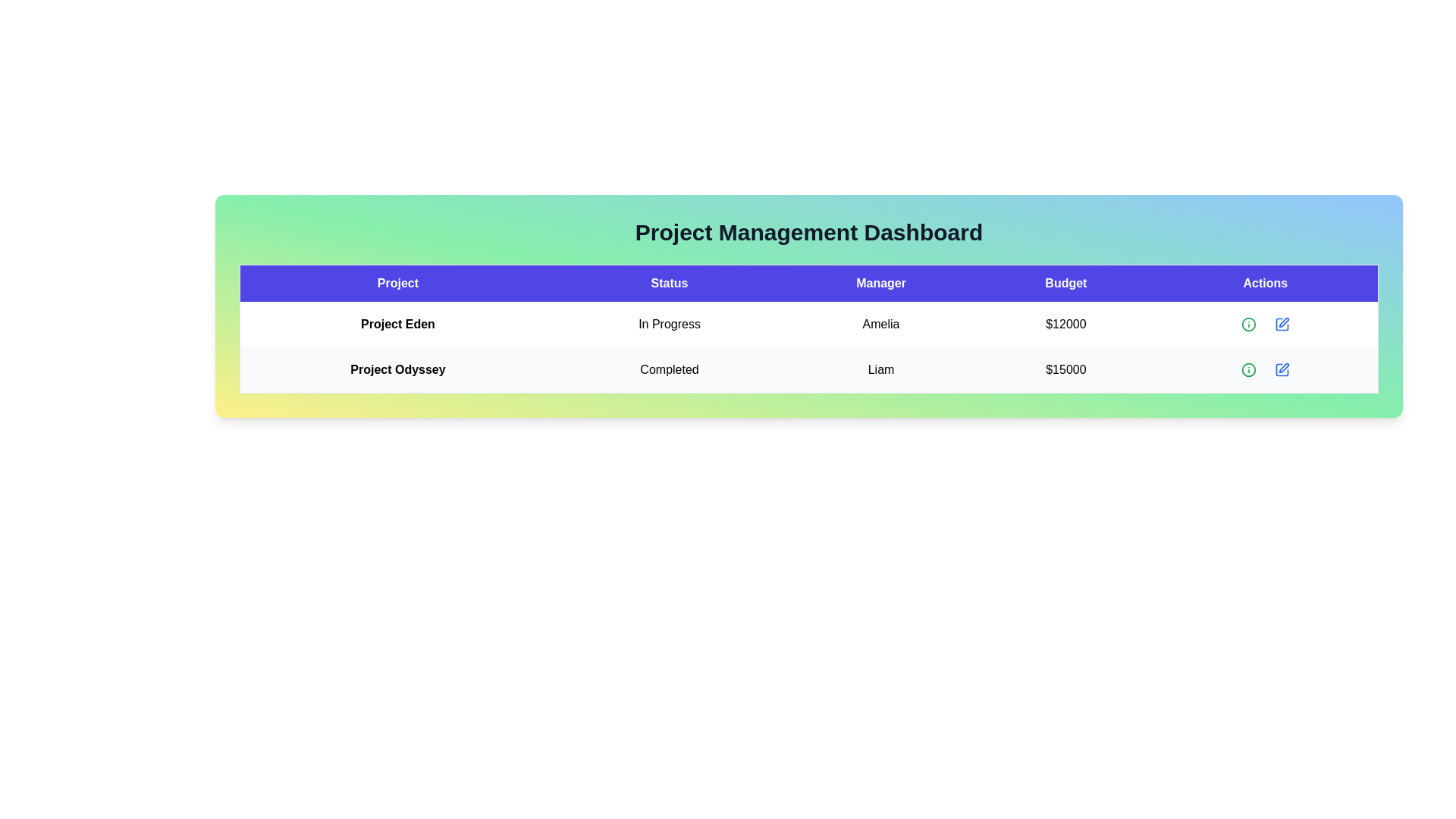 The image size is (1456, 819). What do you see at coordinates (1283, 321) in the screenshot?
I see `the edit icon resembling a pen located in the 'Actions' column of the table row for 'Project Eden'` at bounding box center [1283, 321].